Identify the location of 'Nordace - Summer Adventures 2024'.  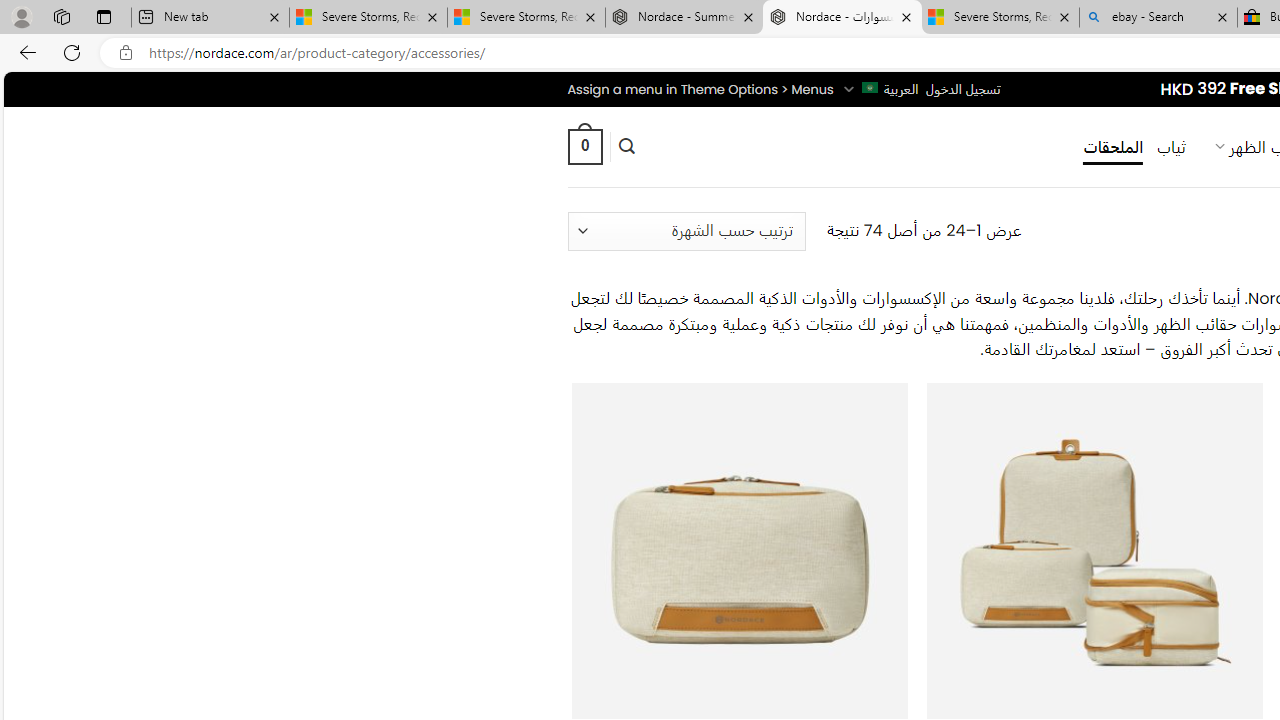
(684, 17).